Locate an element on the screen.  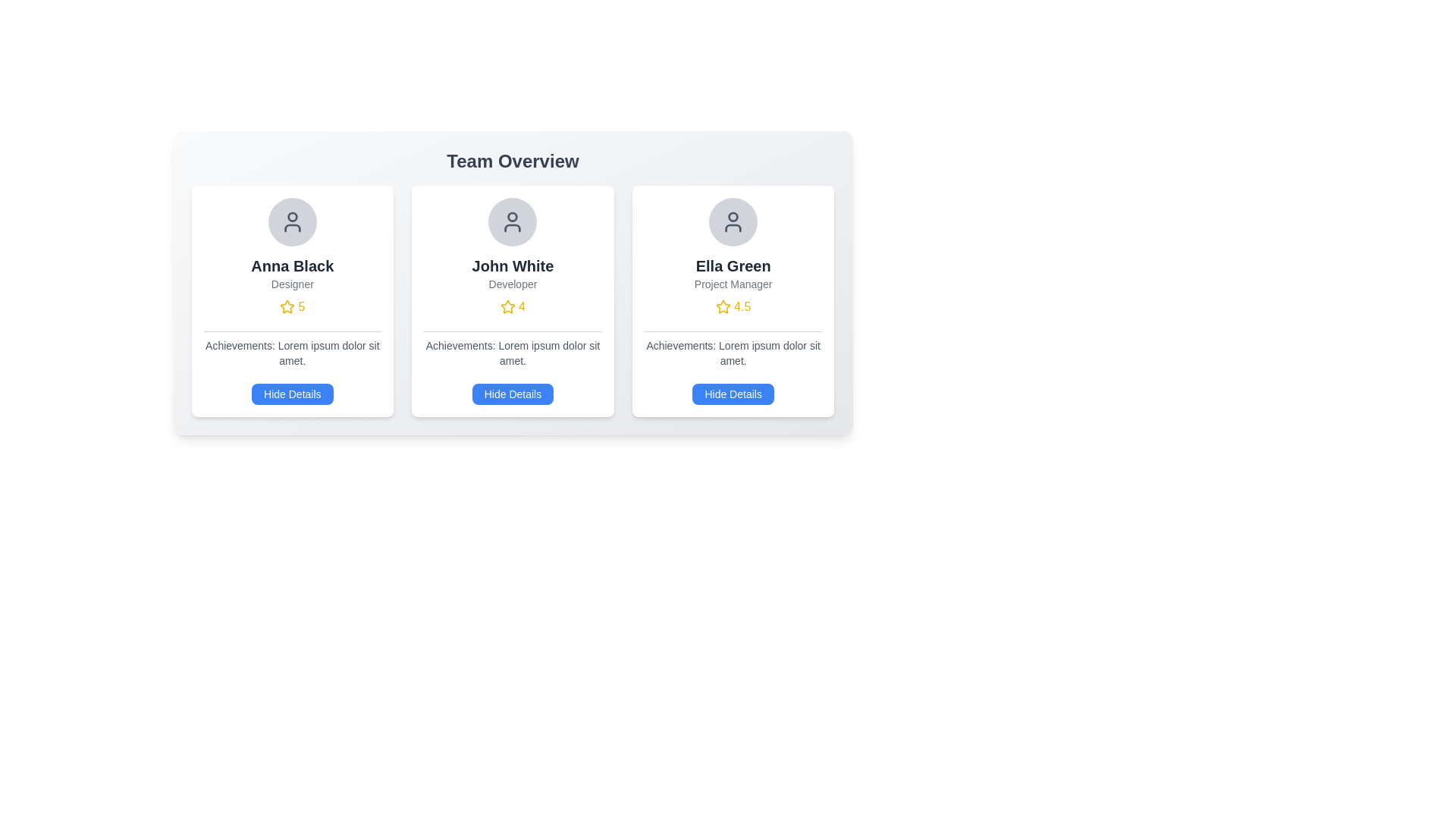
the nearby interactive elements related to the team member's information displayed in the Text content block located centrally in the second card of the 'Team Overview' section is located at coordinates (513, 286).